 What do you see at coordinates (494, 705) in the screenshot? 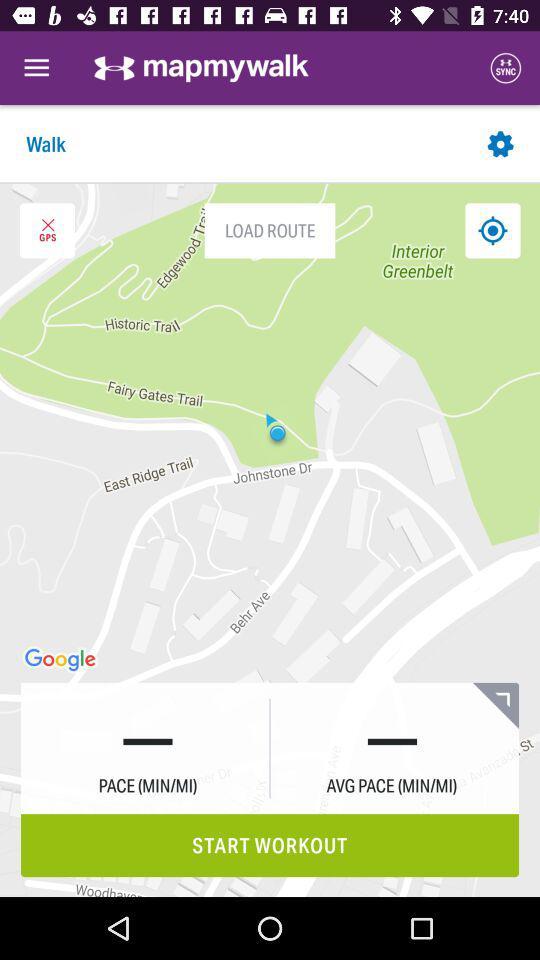
I see `more info` at bounding box center [494, 705].